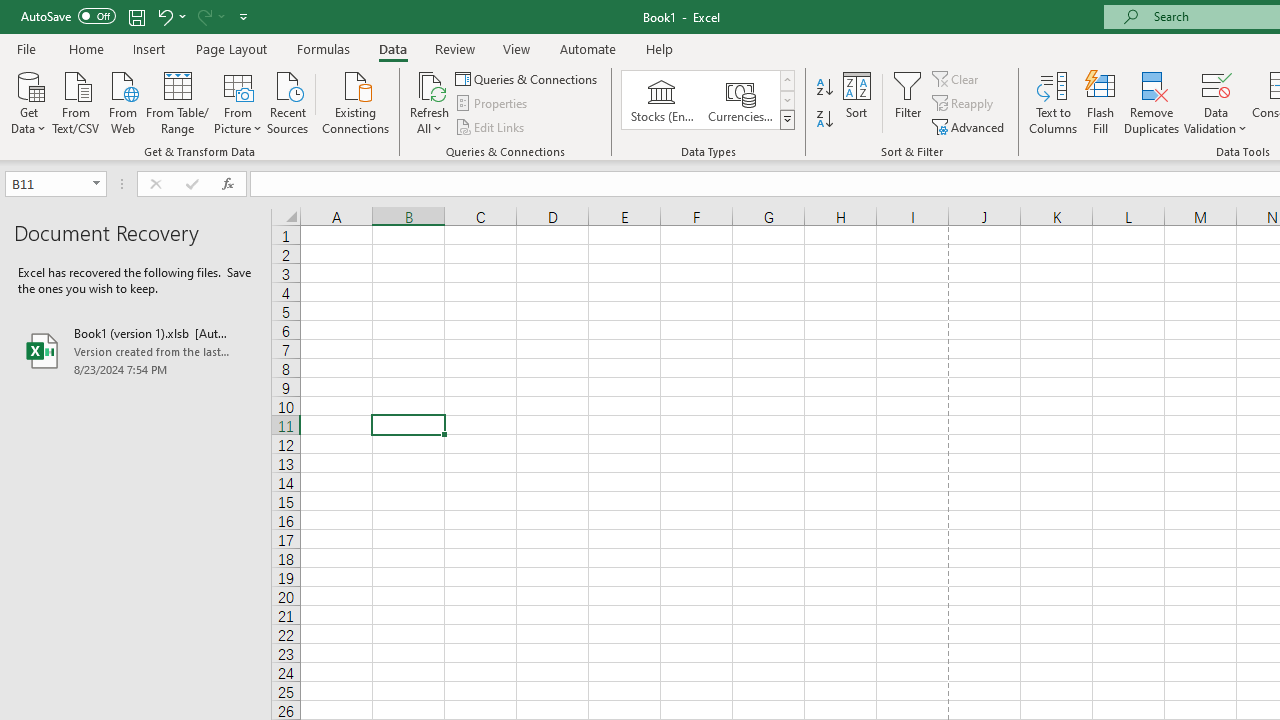  What do you see at coordinates (177, 101) in the screenshot?
I see `'From Table/Range'` at bounding box center [177, 101].